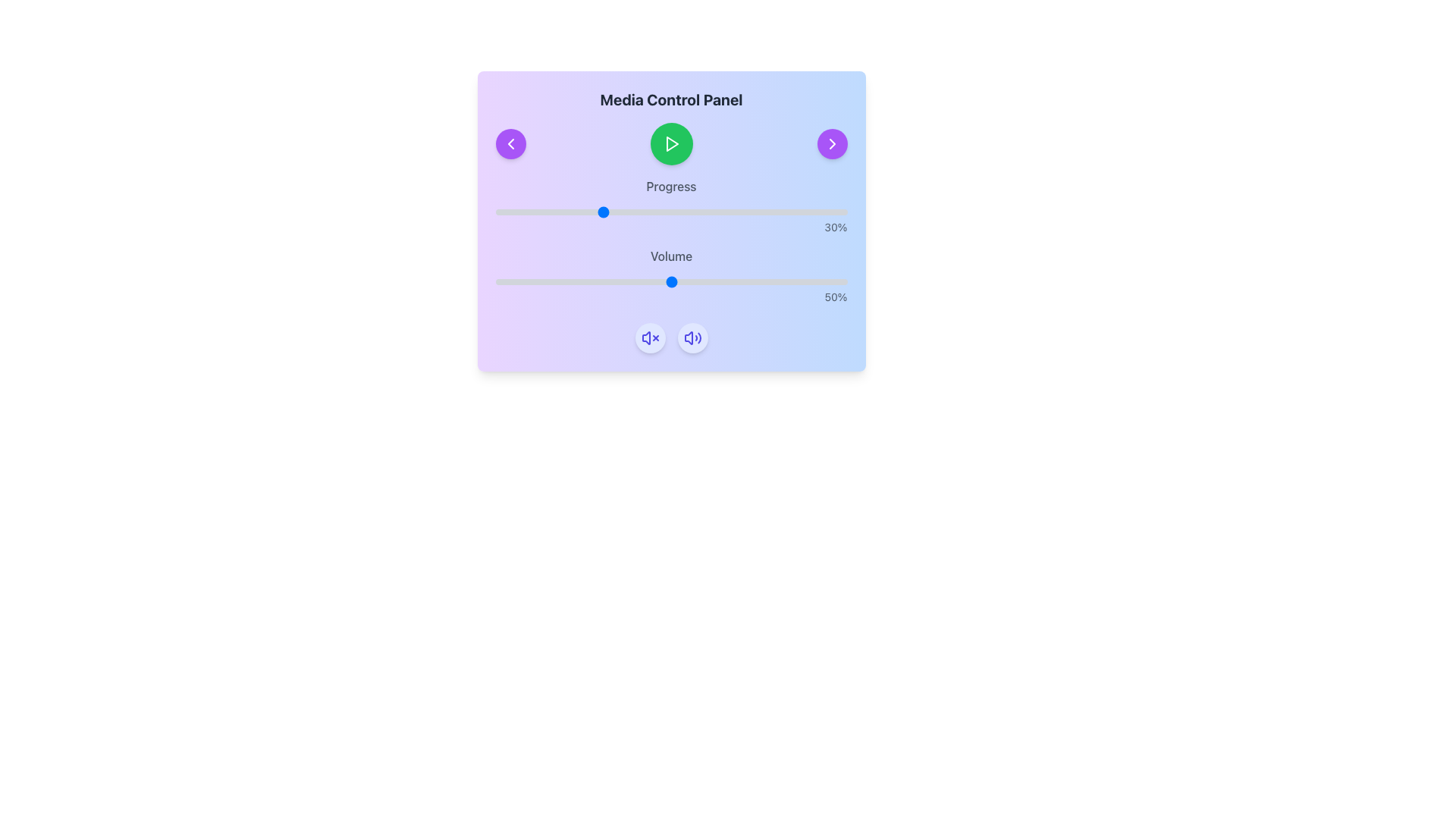 This screenshot has width=1456, height=819. I want to click on the mute control vector graphic element in the media control panel, located on the left side of the SVG group at the bottom center region, so click(645, 337).